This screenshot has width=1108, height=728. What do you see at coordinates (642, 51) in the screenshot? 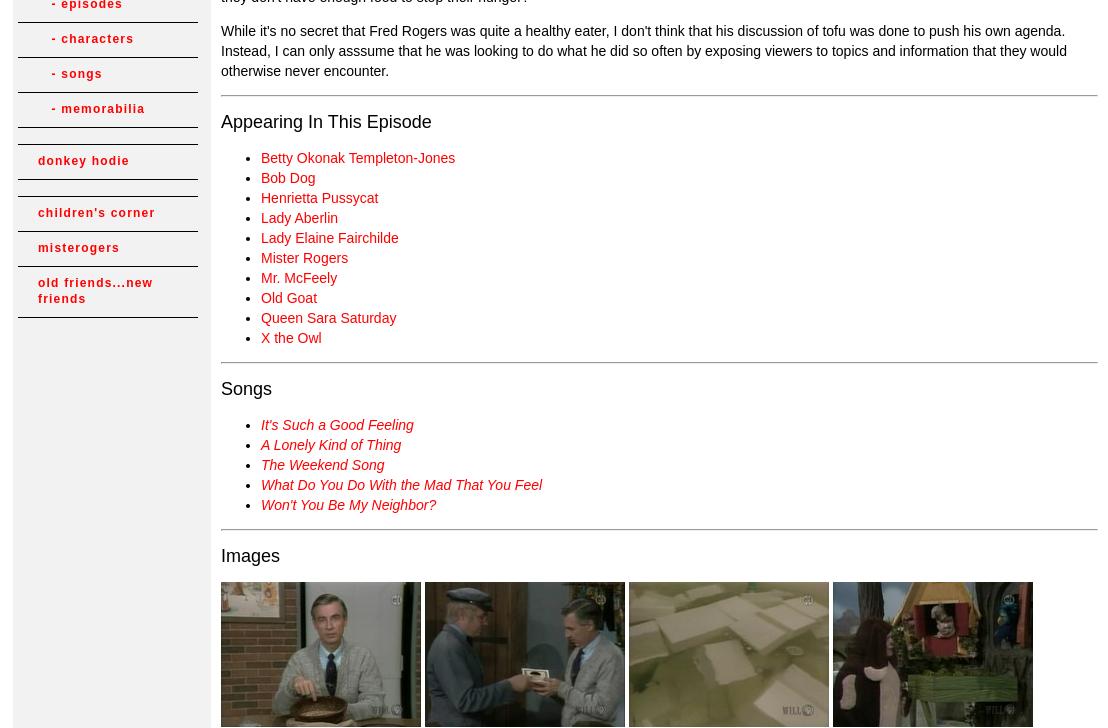
I see `'While it's no secret that Fred Rogers was quite a healthy eater, I don't think that his discussion of tofu was done to push his own agenda. Instead, I can only asssume that he was looking to do what he did so often by exposing viewers to topics and information that they would otherwise never encounter.'` at bounding box center [642, 51].